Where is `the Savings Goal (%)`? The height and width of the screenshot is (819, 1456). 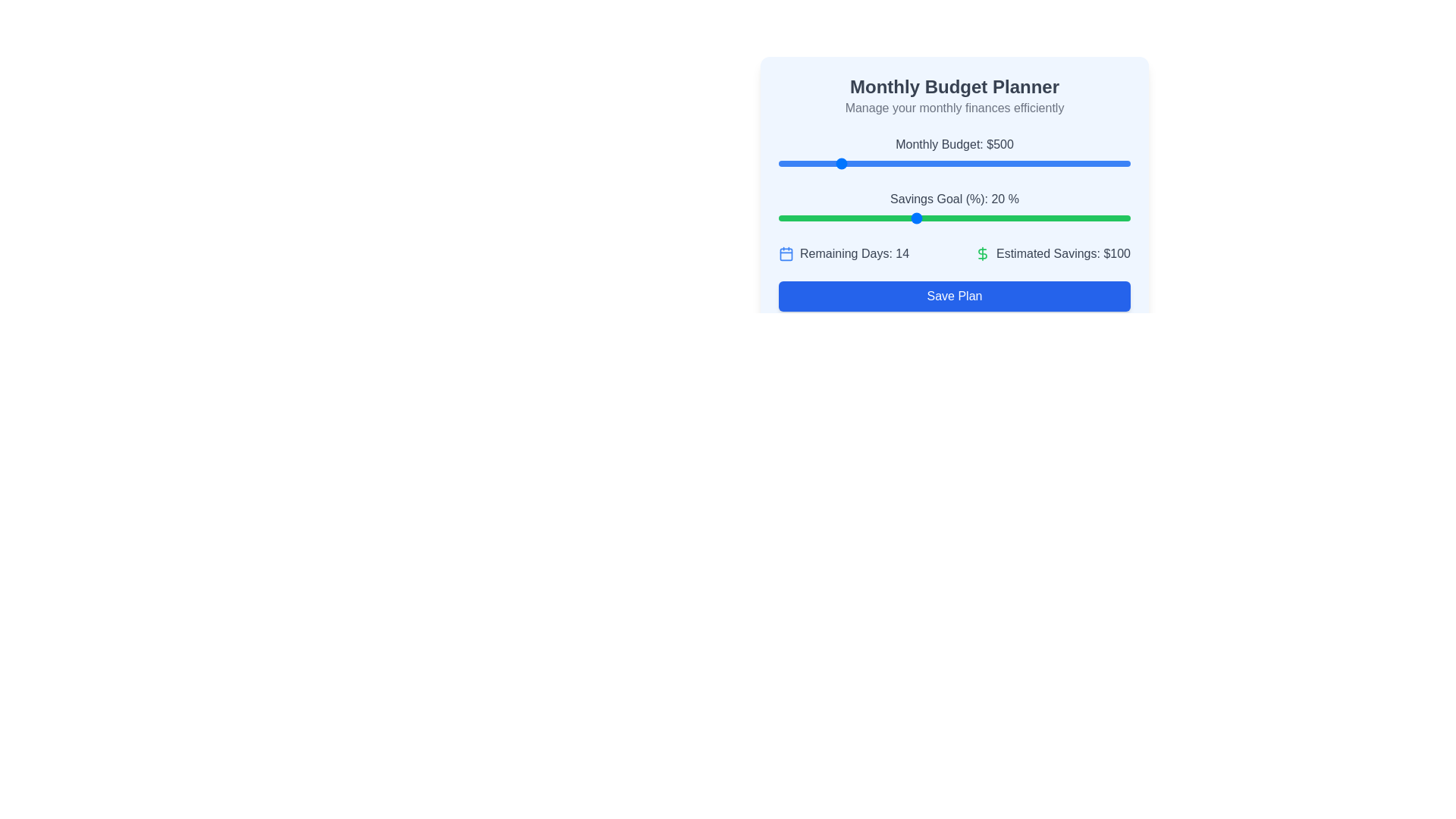
the Savings Goal (%) is located at coordinates (928, 218).